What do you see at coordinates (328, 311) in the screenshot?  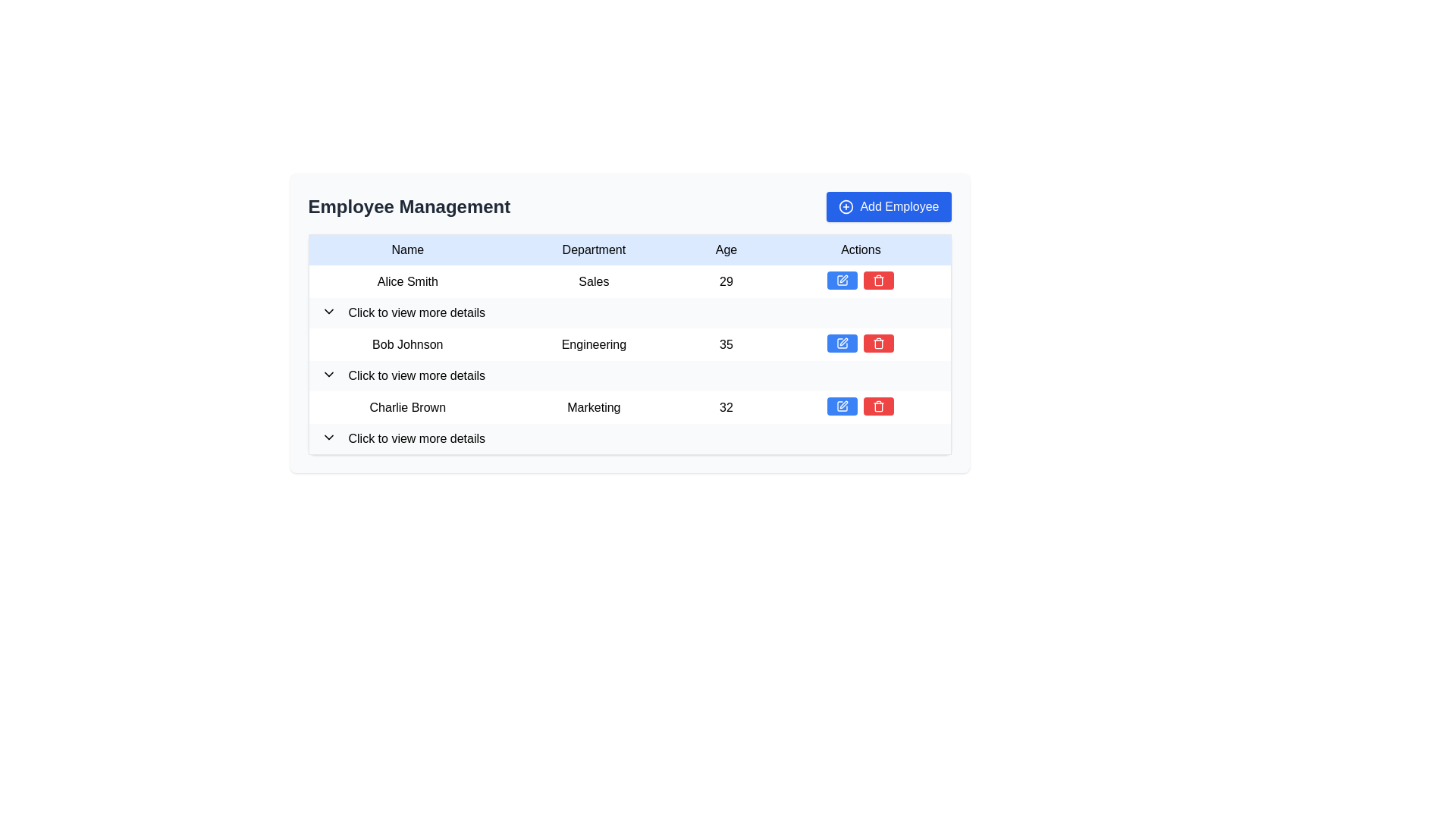 I see `the button located in the first row of the table` at bounding box center [328, 311].